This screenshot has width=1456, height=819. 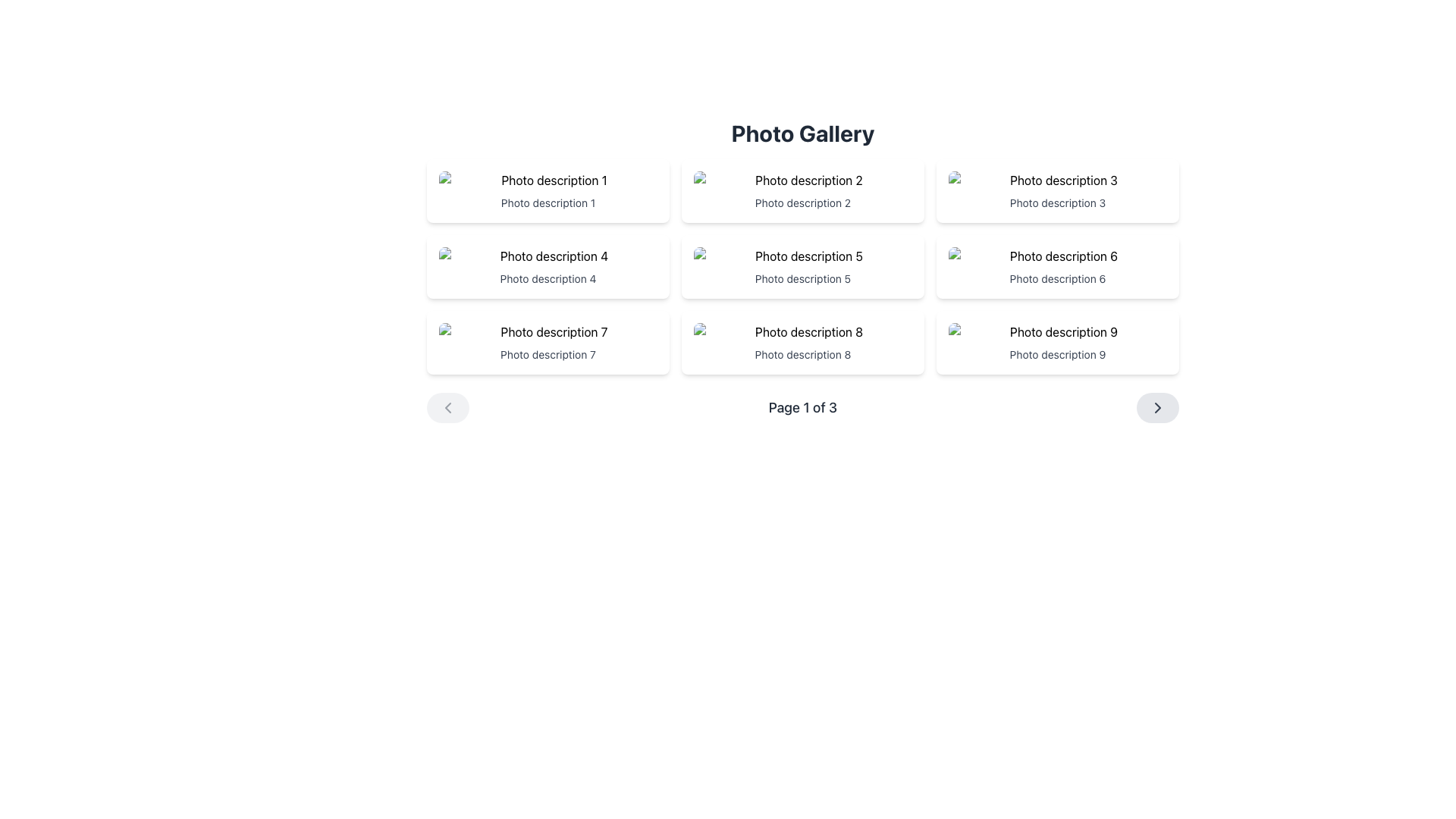 I want to click on the photo gallery card that displays a preview image and description, located in the second column of the first row, between 'Photo description 1' and 'Photo description 3', so click(x=802, y=190).